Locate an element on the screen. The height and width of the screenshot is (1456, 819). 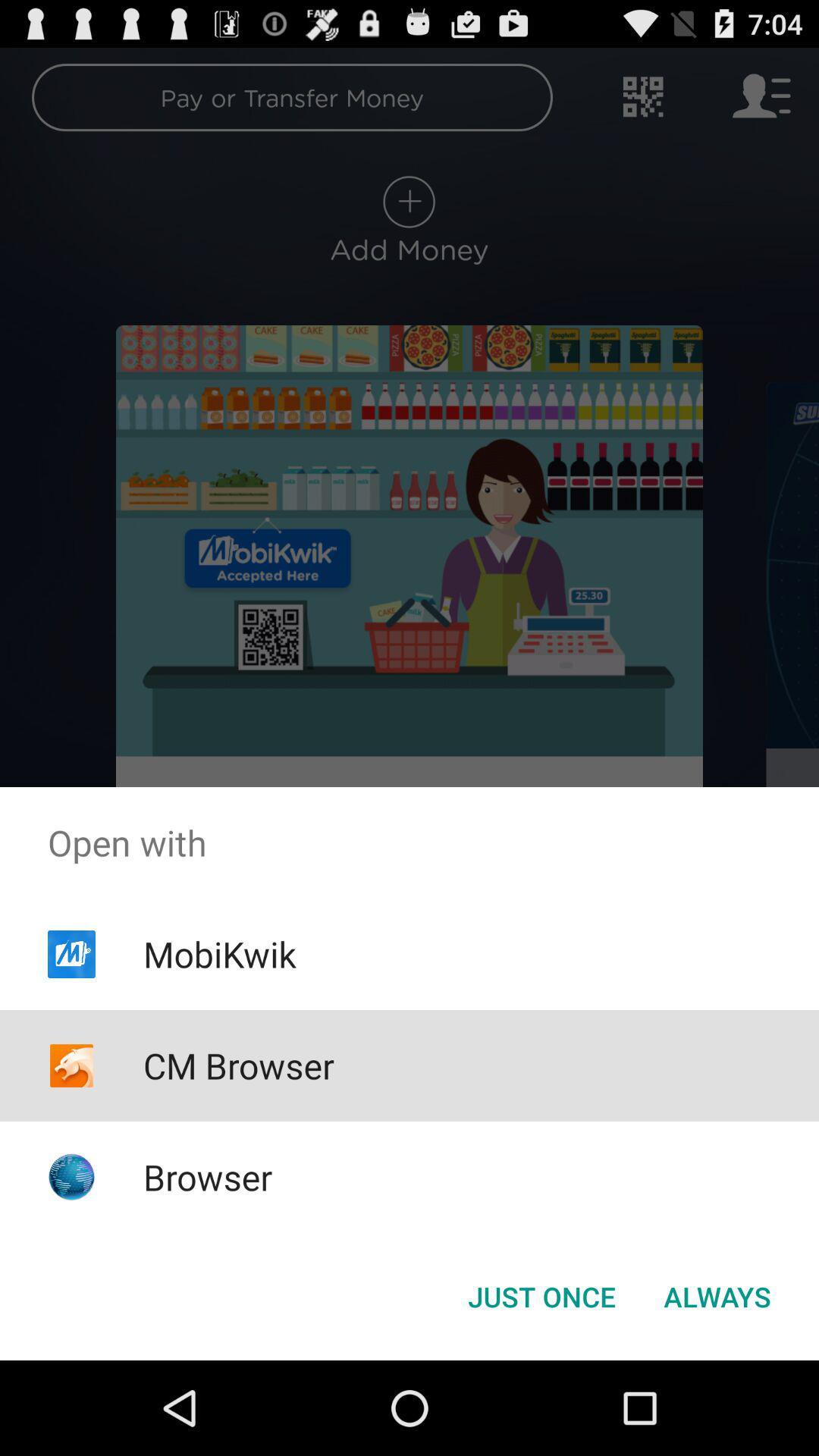
item below mobikwik item is located at coordinates (239, 1065).